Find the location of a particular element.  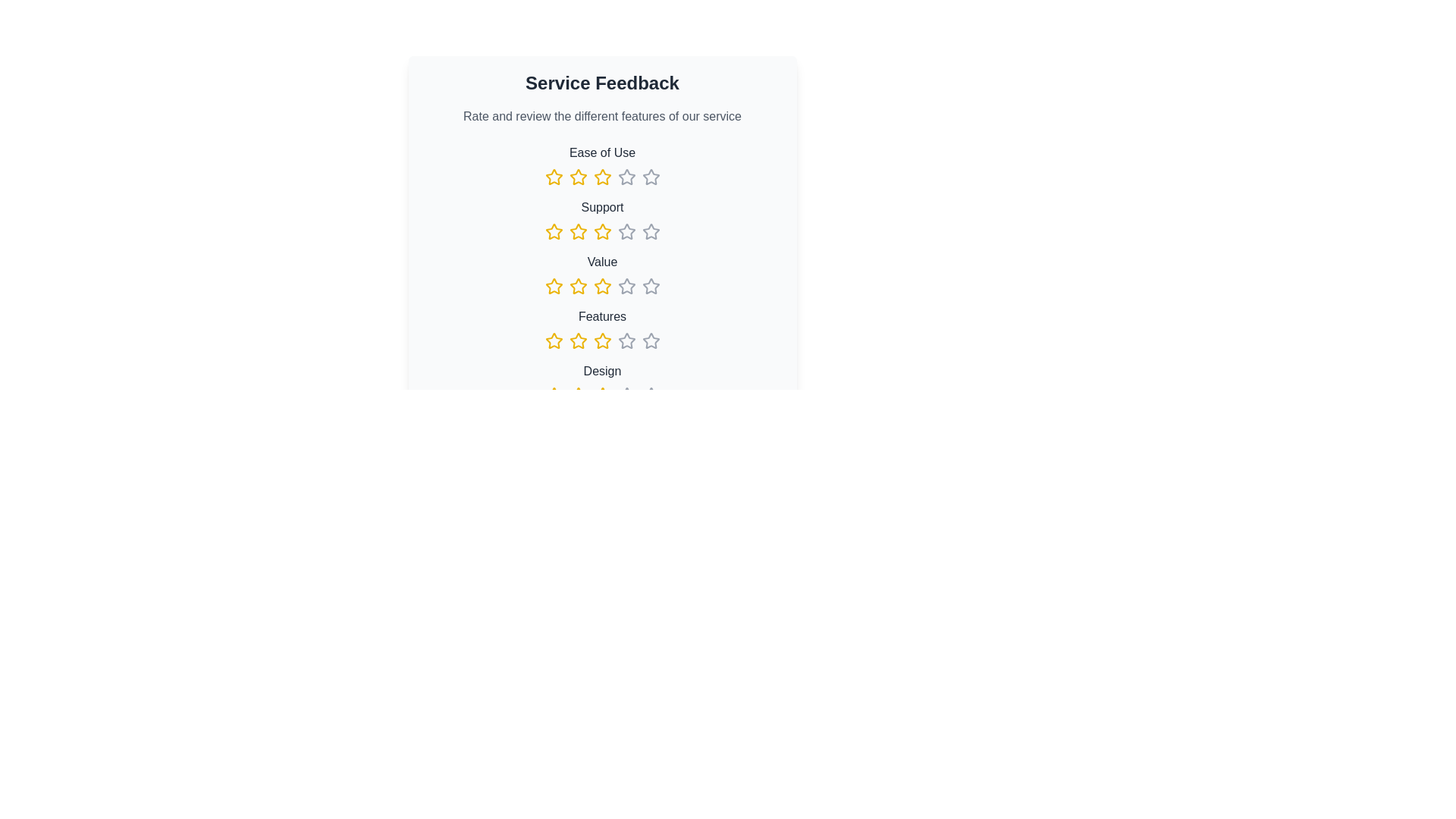

the third star in the 'Value' rating row under the 'Service Feedback' section is located at coordinates (626, 286).